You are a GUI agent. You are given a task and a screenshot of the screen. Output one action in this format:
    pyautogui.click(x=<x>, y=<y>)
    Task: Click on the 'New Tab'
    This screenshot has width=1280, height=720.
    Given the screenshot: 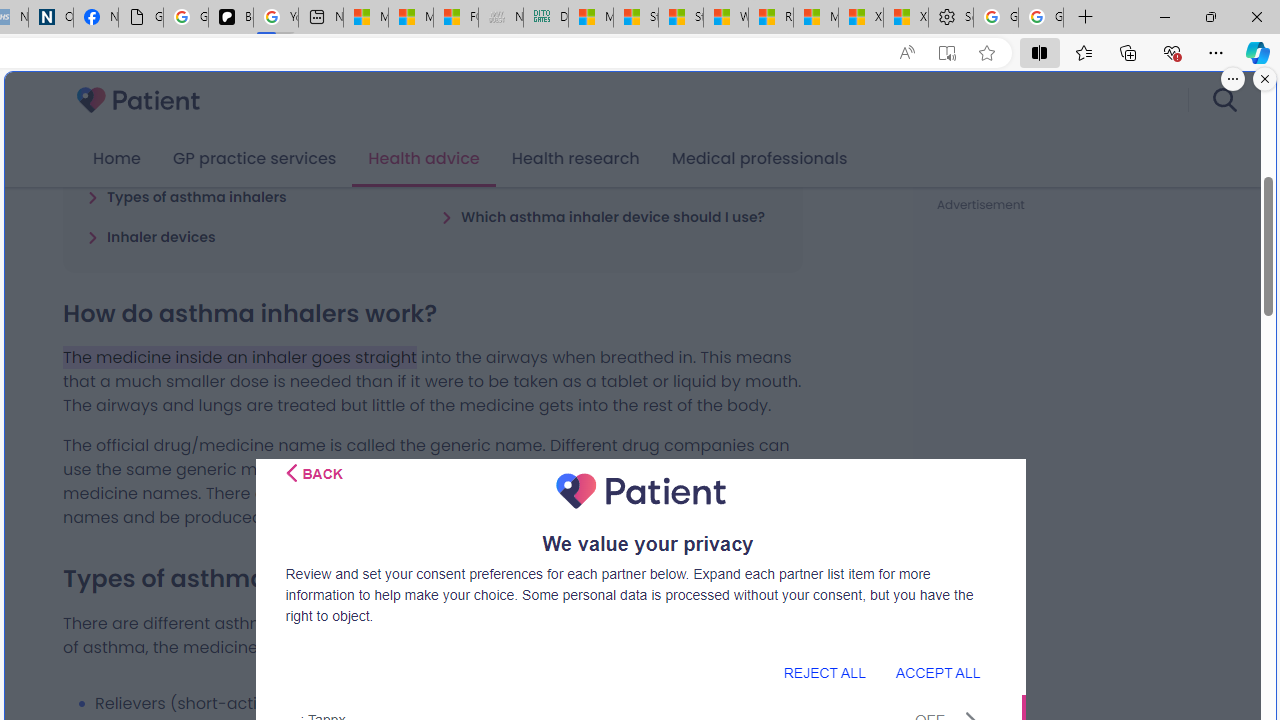 What is the action you would take?
    pyautogui.click(x=1085, y=17)
    